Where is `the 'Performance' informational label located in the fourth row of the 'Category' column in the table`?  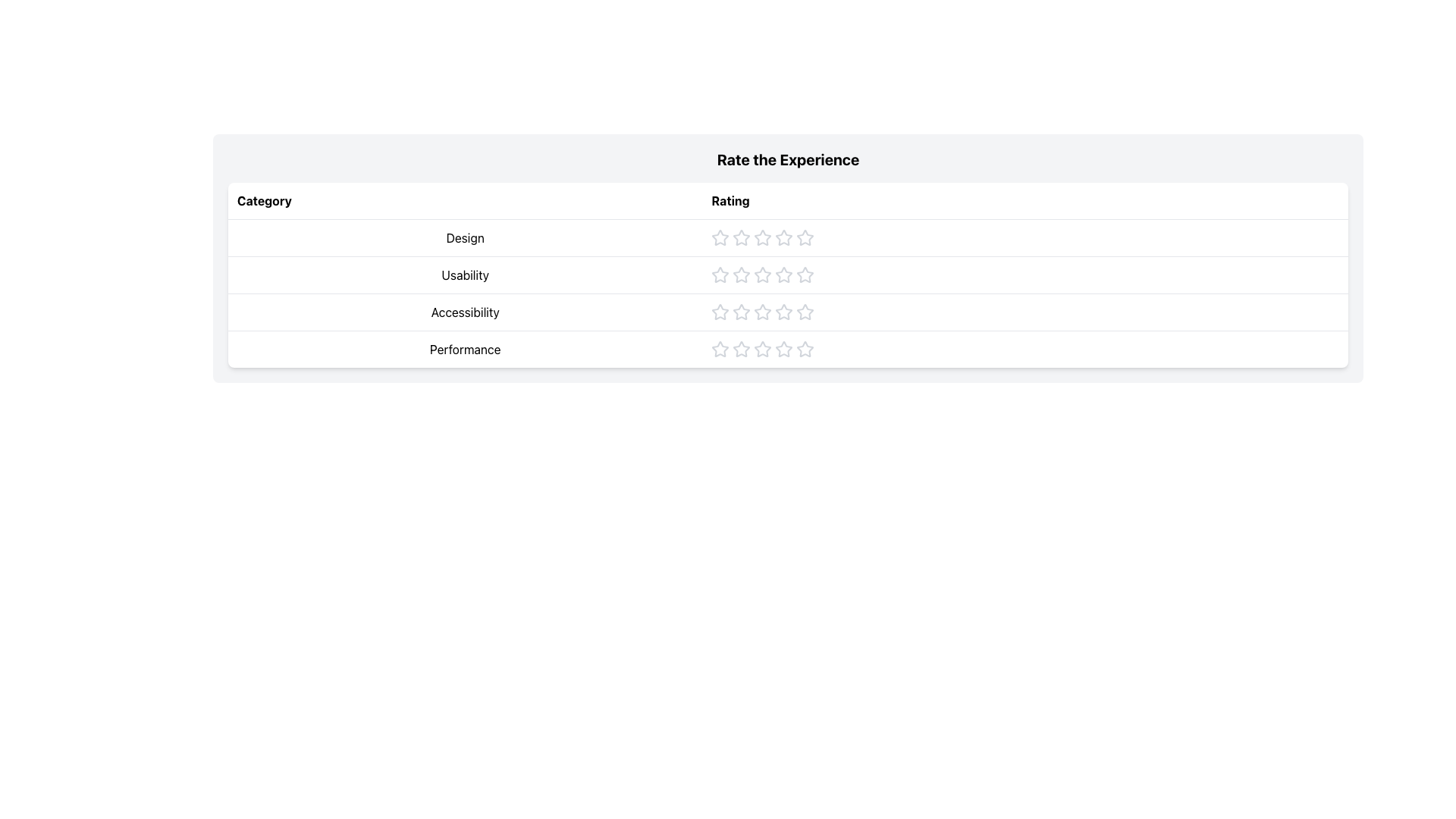 the 'Performance' informational label located in the fourth row of the 'Category' column in the table is located at coordinates (464, 349).